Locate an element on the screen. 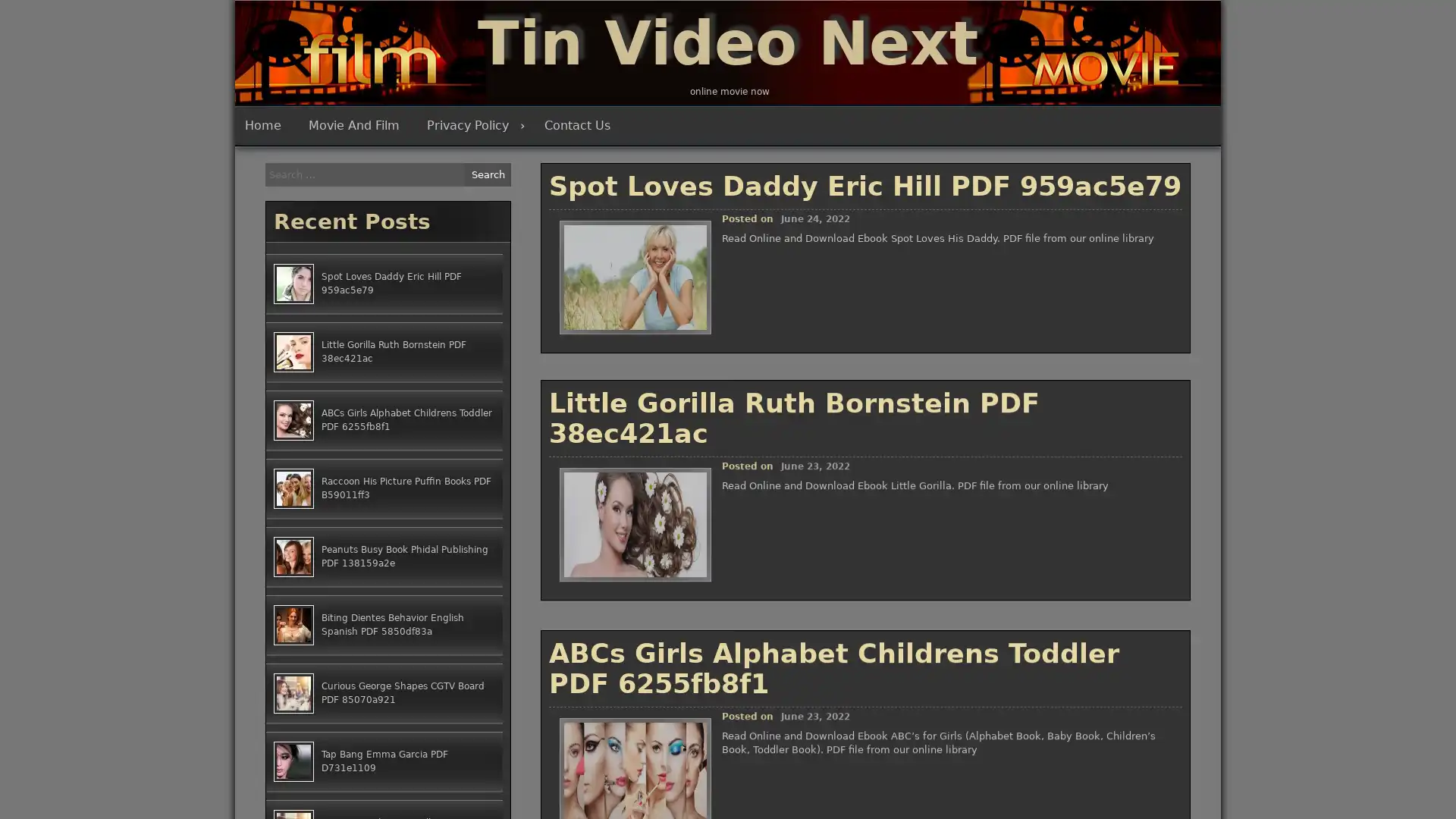  Search is located at coordinates (488, 174).